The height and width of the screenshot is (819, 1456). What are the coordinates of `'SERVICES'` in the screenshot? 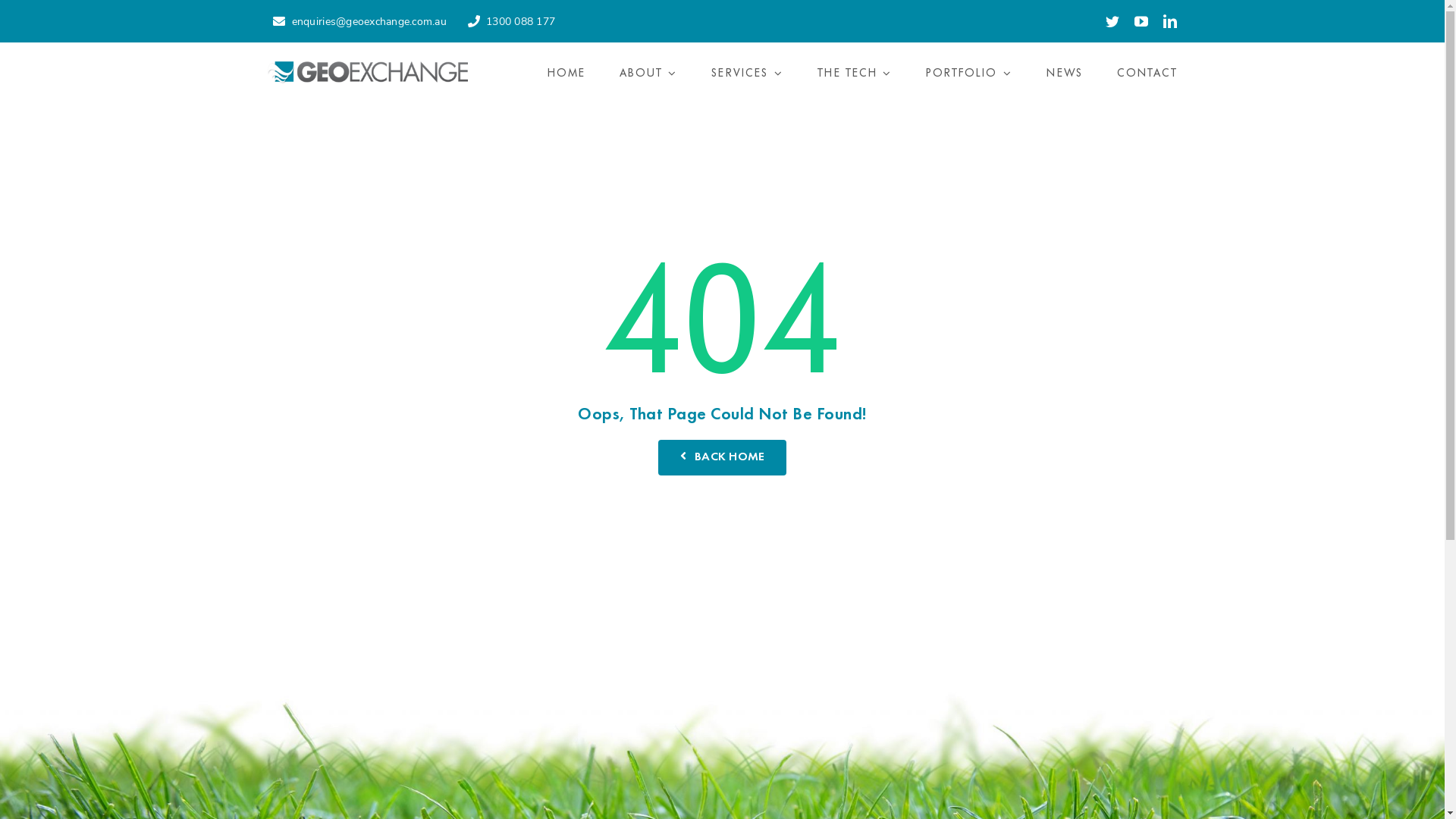 It's located at (747, 73).